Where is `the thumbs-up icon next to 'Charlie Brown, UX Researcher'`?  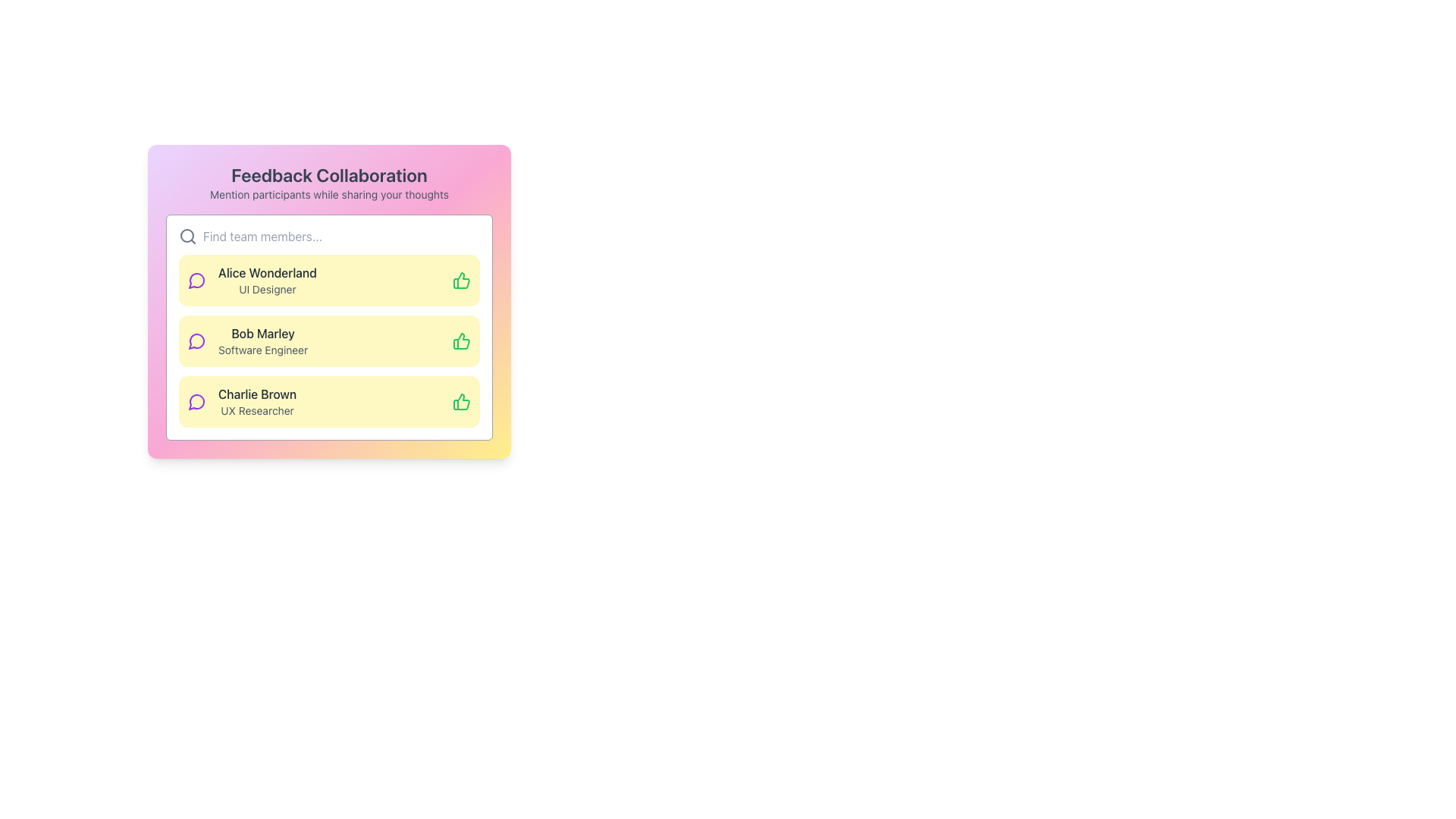 the thumbs-up icon next to 'Charlie Brown, UX Researcher' is located at coordinates (460, 341).